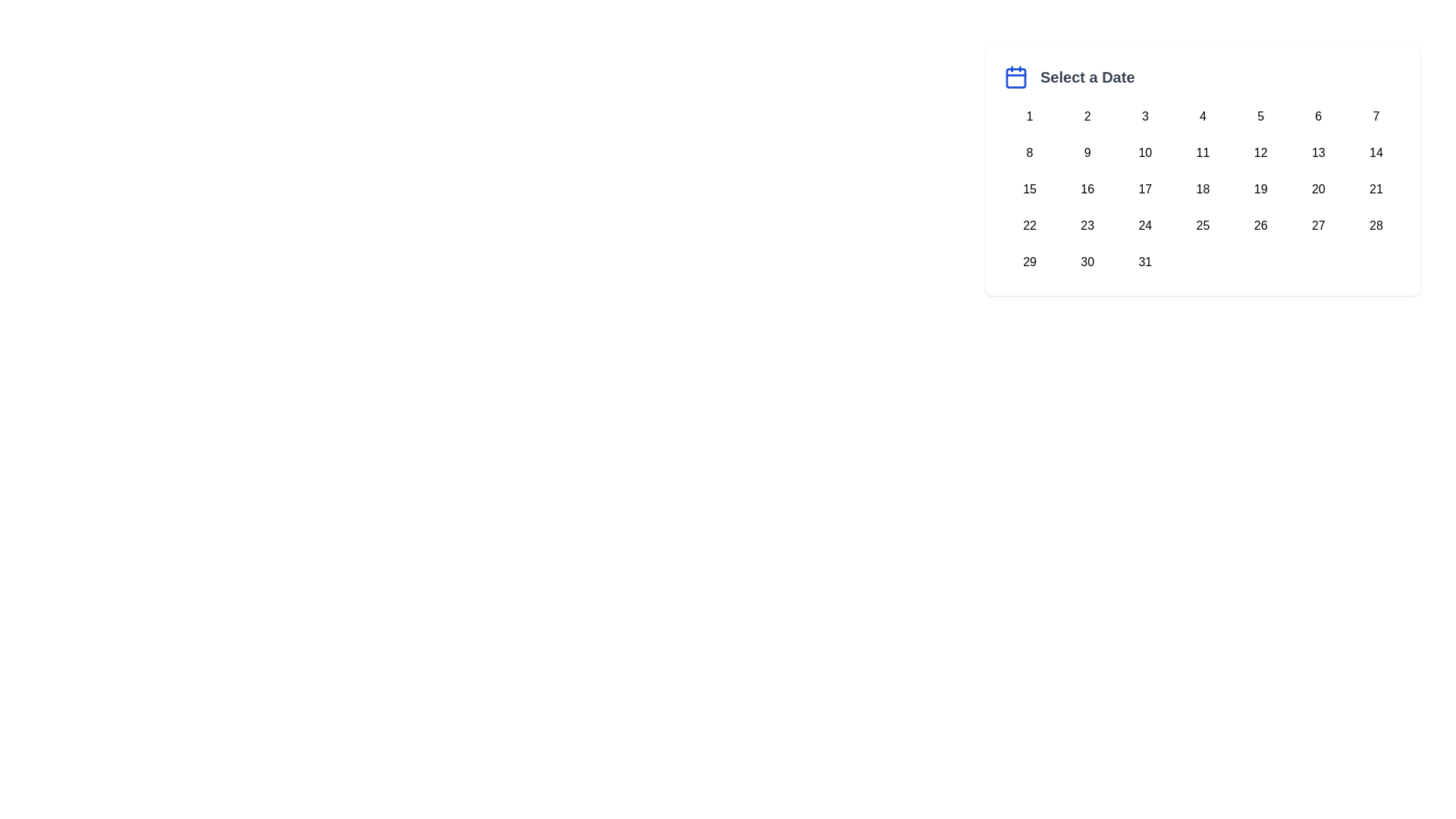 Image resolution: width=1456 pixels, height=819 pixels. I want to click on the styled rectangular element located inside the calendar icon, which is positioned to the left of the 'Select a Date' label in the date picker interface, so click(1015, 78).